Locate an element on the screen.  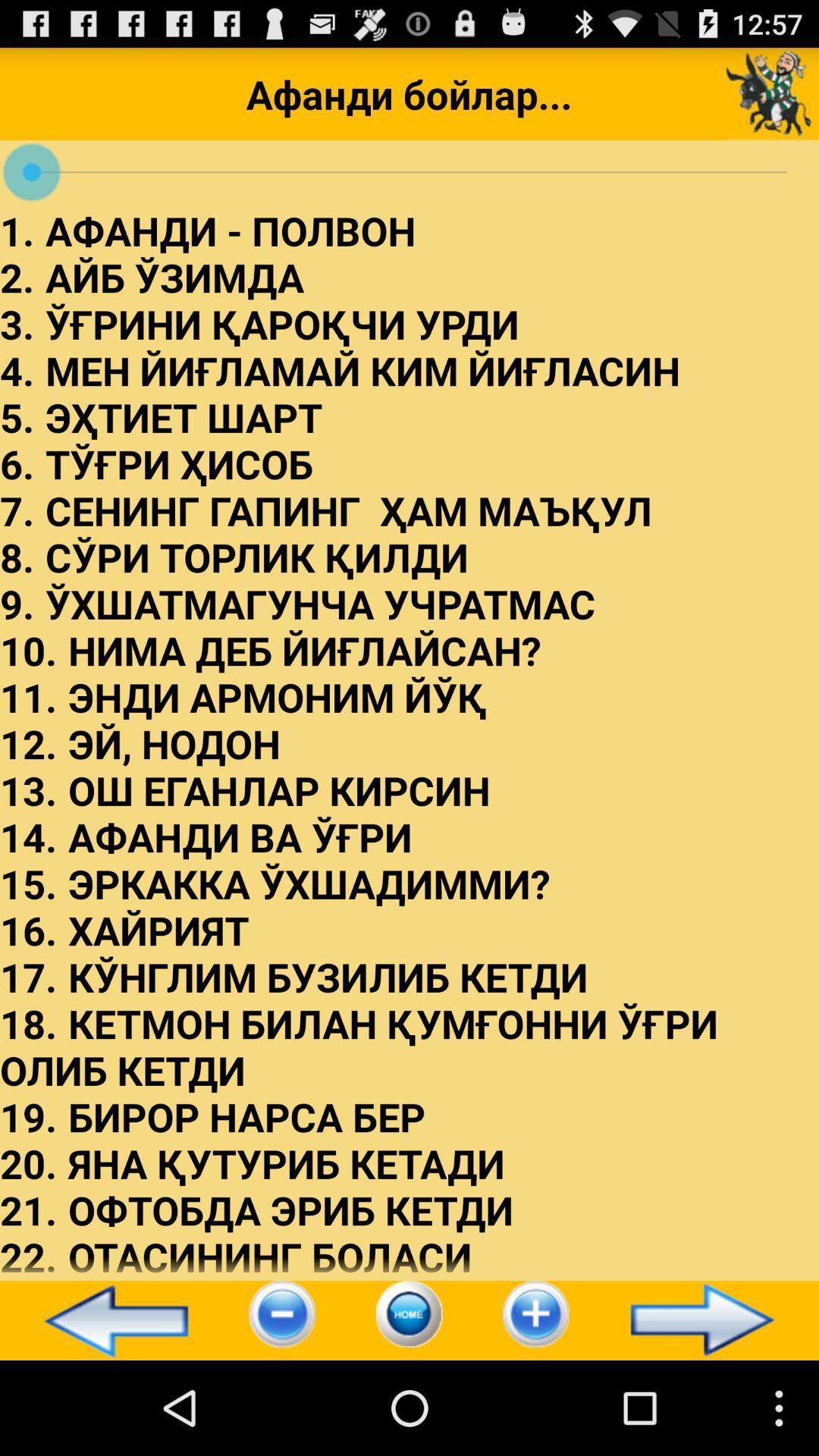
the icon at the bottom right corner is located at coordinates (709, 1319).